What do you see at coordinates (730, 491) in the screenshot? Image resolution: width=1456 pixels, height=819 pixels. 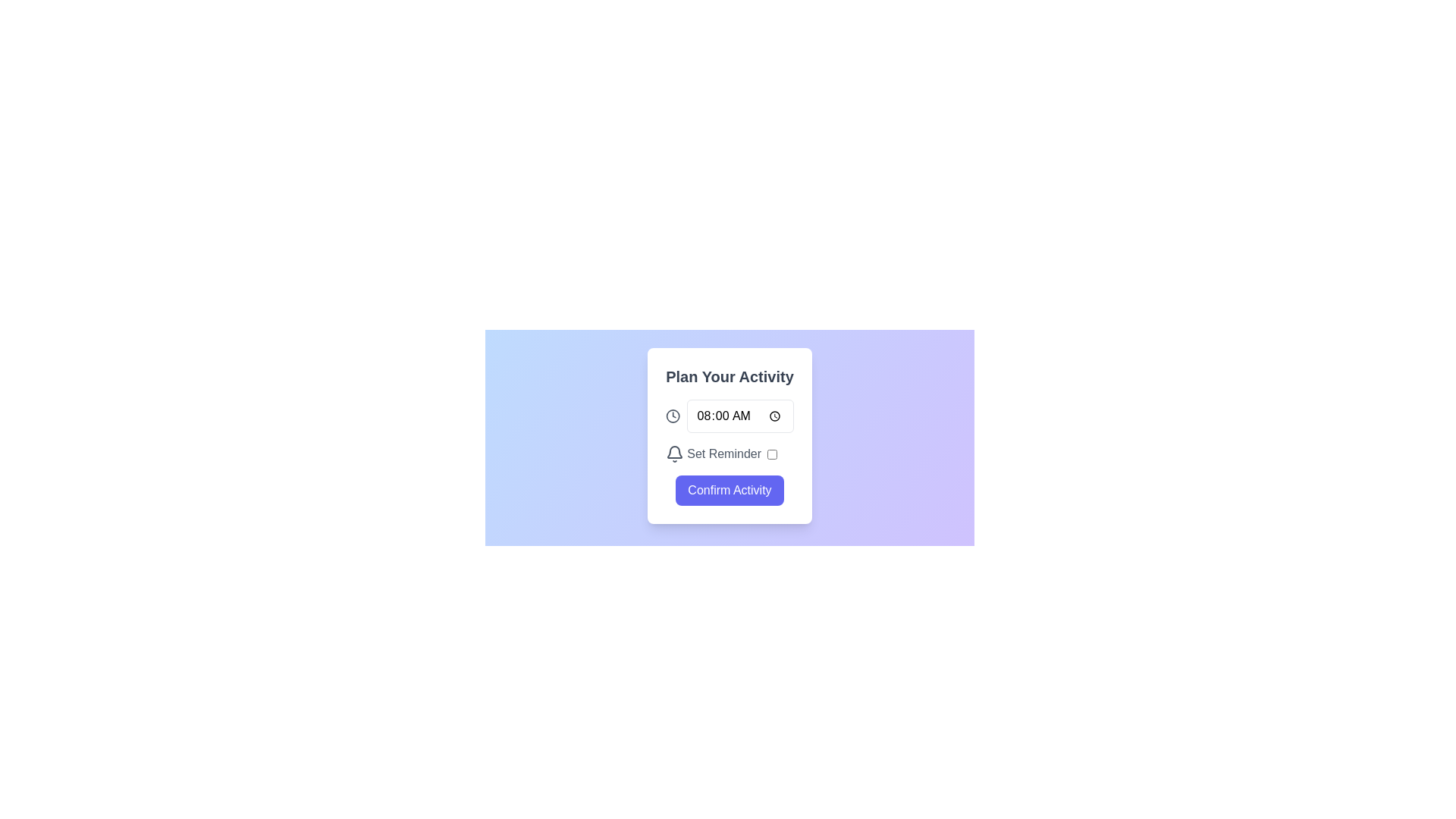 I see `the confirmation button located at the bottom center of the card, beneath the 'Set Reminder' checkbox` at bounding box center [730, 491].